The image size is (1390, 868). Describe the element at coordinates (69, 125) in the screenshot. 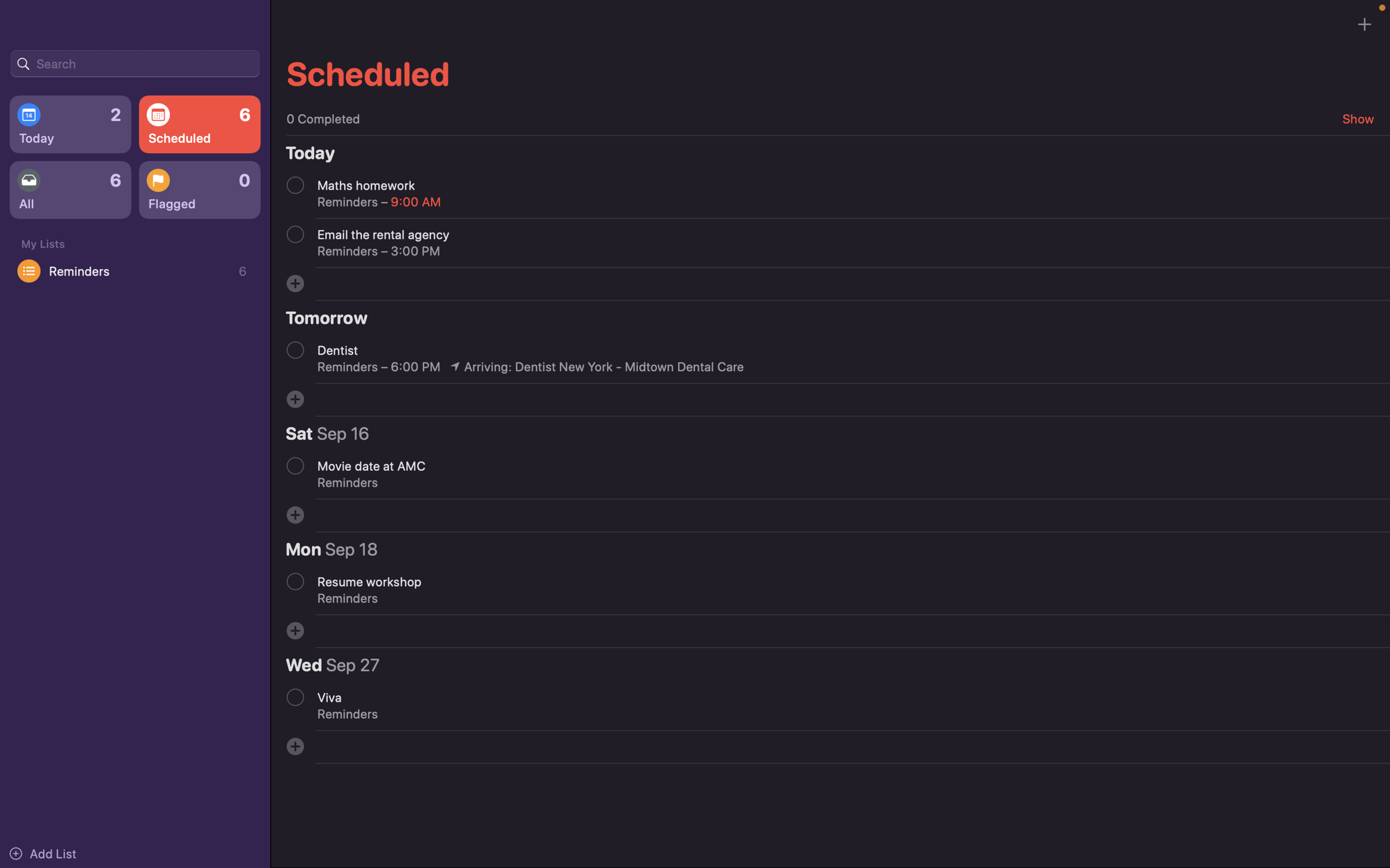

I see `Check all the scheduled activities for today` at that location.